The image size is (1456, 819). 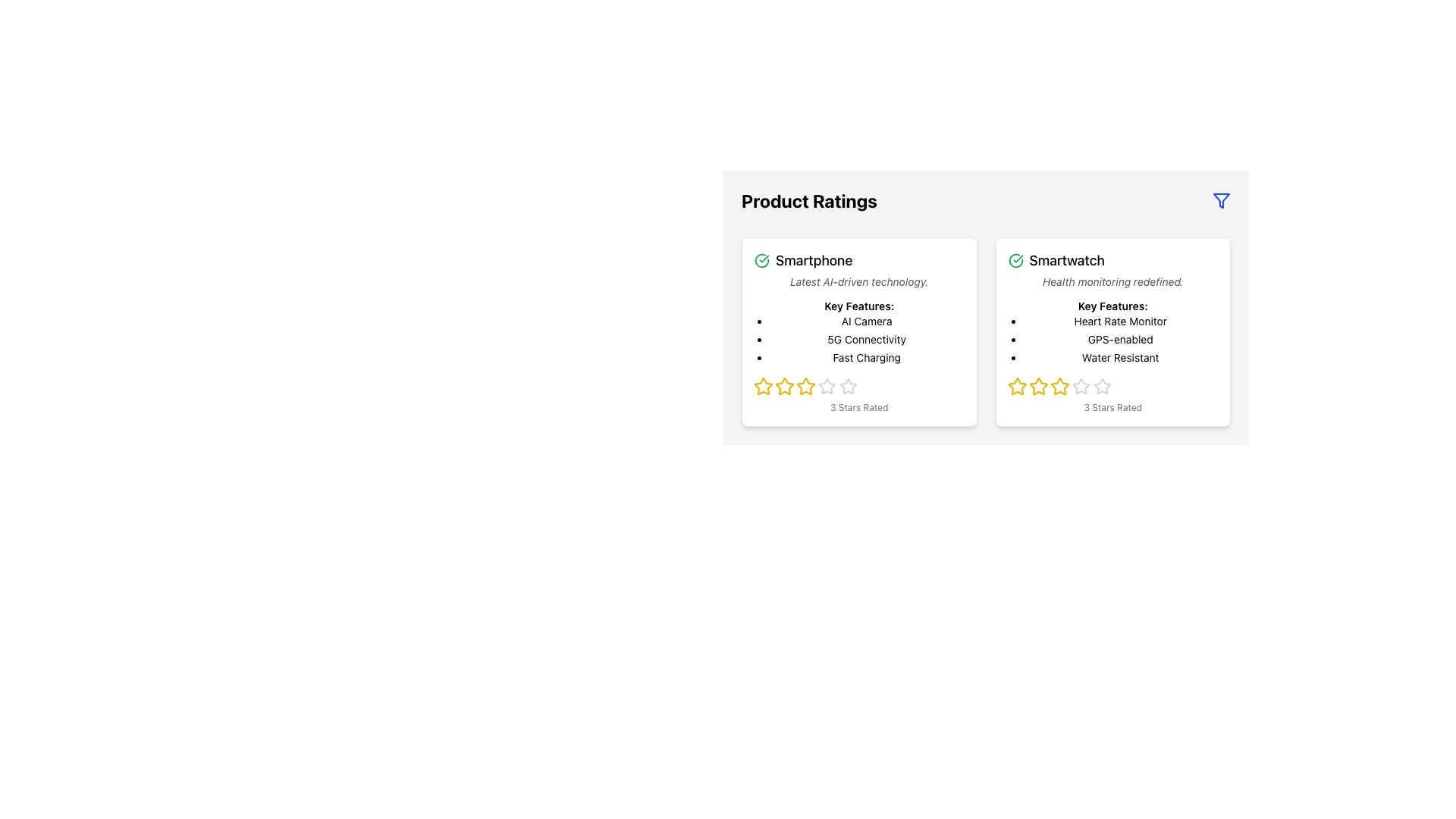 I want to click on the displayed rating by interacting with the row of star icons in the Rating component located at the bottom of the 'Smartphone' card, so click(x=859, y=385).